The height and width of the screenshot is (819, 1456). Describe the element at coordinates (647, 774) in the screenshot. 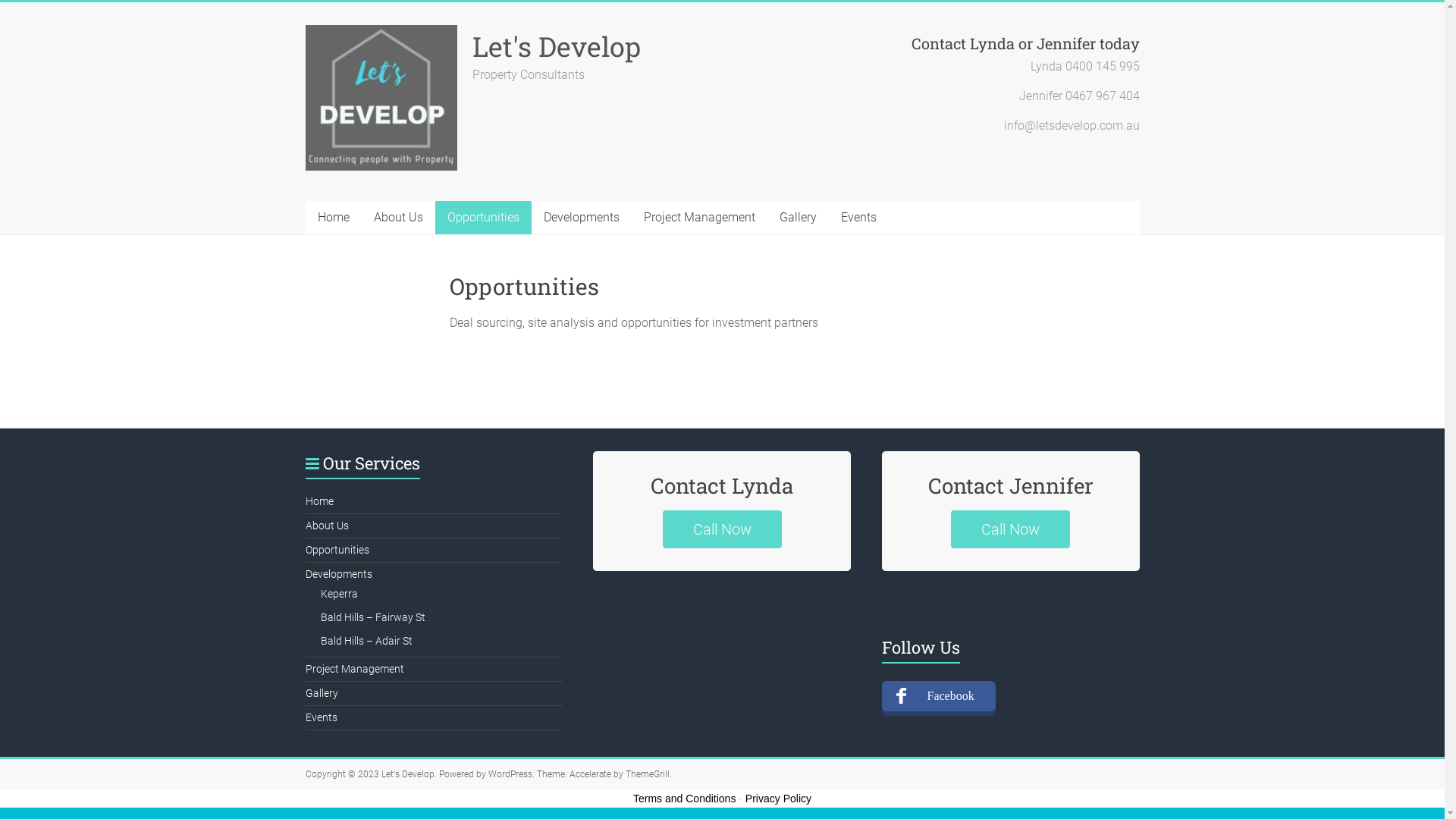

I see `'ThemeGrill'` at that location.